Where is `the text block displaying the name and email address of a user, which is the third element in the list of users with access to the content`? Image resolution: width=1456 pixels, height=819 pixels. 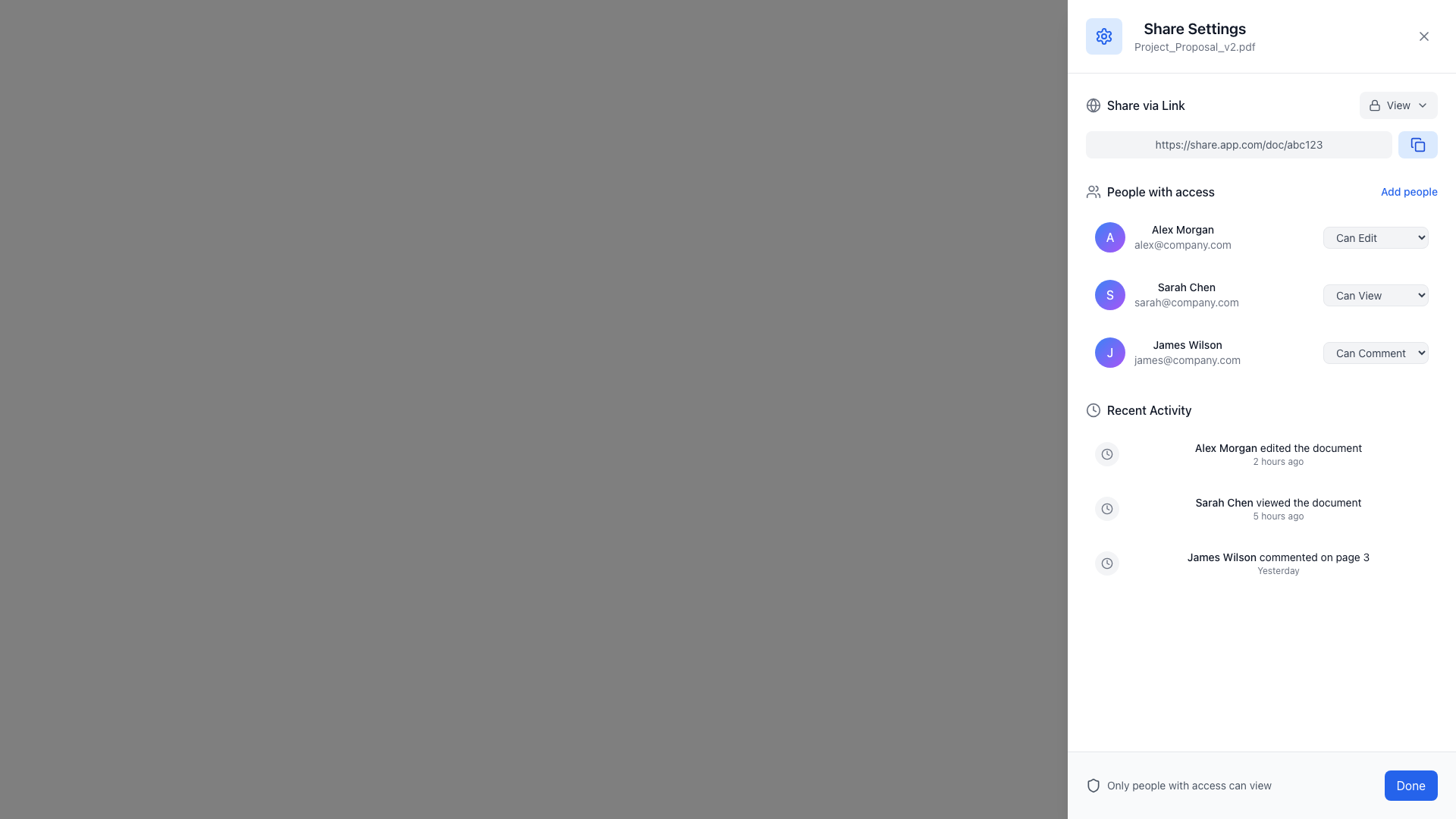
the text block displaying the name and email address of a user, which is the third element in the list of users with access to the content is located at coordinates (1187, 353).